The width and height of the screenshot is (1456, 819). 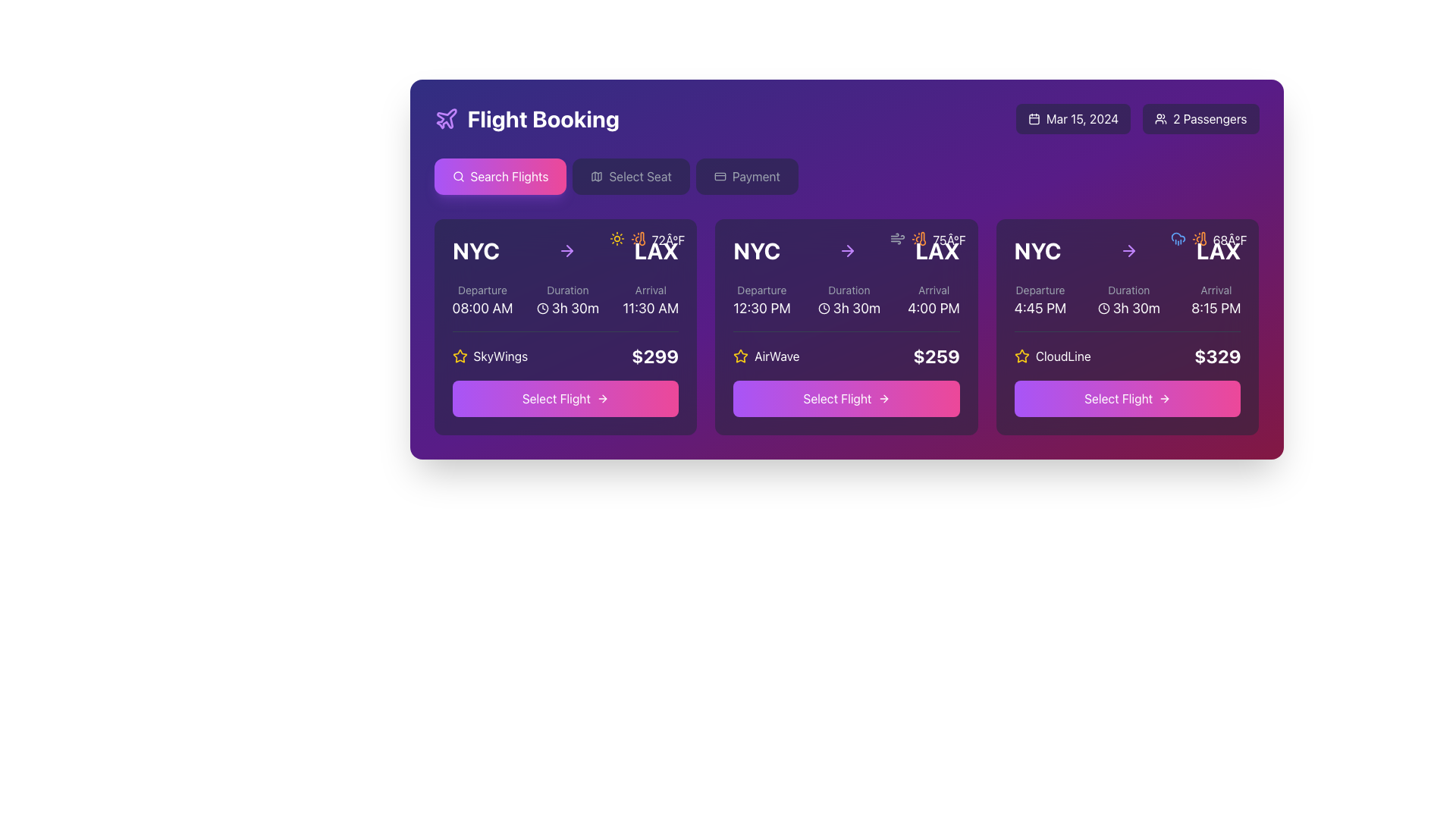 What do you see at coordinates (642, 239) in the screenshot?
I see `the weather icon located in the top-right part of the first flight card, which indicates temperature or weather conditions for the NYC to LAX route` at bounding box center [642, 239].